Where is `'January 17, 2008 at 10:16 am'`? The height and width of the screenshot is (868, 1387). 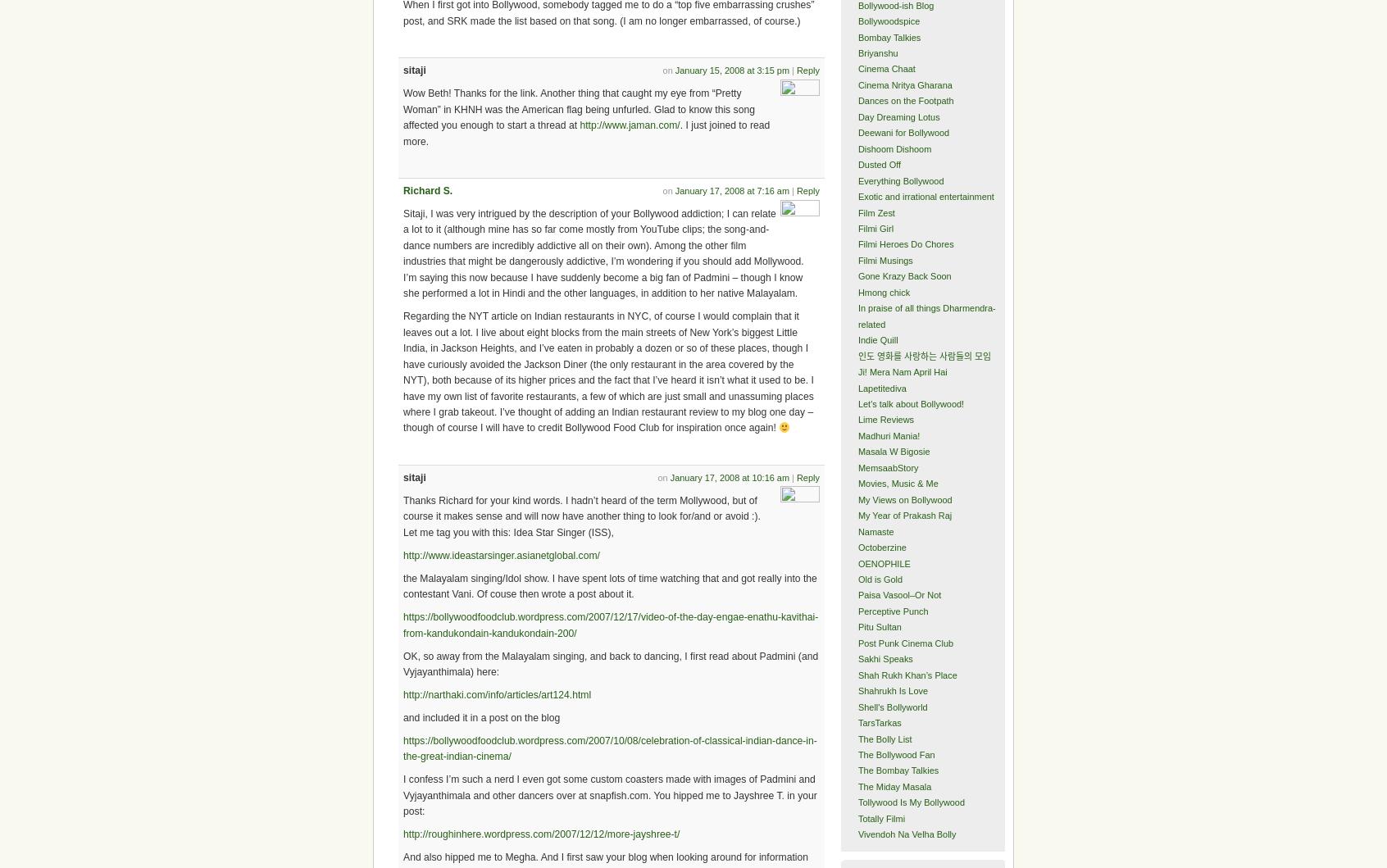 'January 17, 2008 at 10:16 am' is located at coordinates (728, 476).